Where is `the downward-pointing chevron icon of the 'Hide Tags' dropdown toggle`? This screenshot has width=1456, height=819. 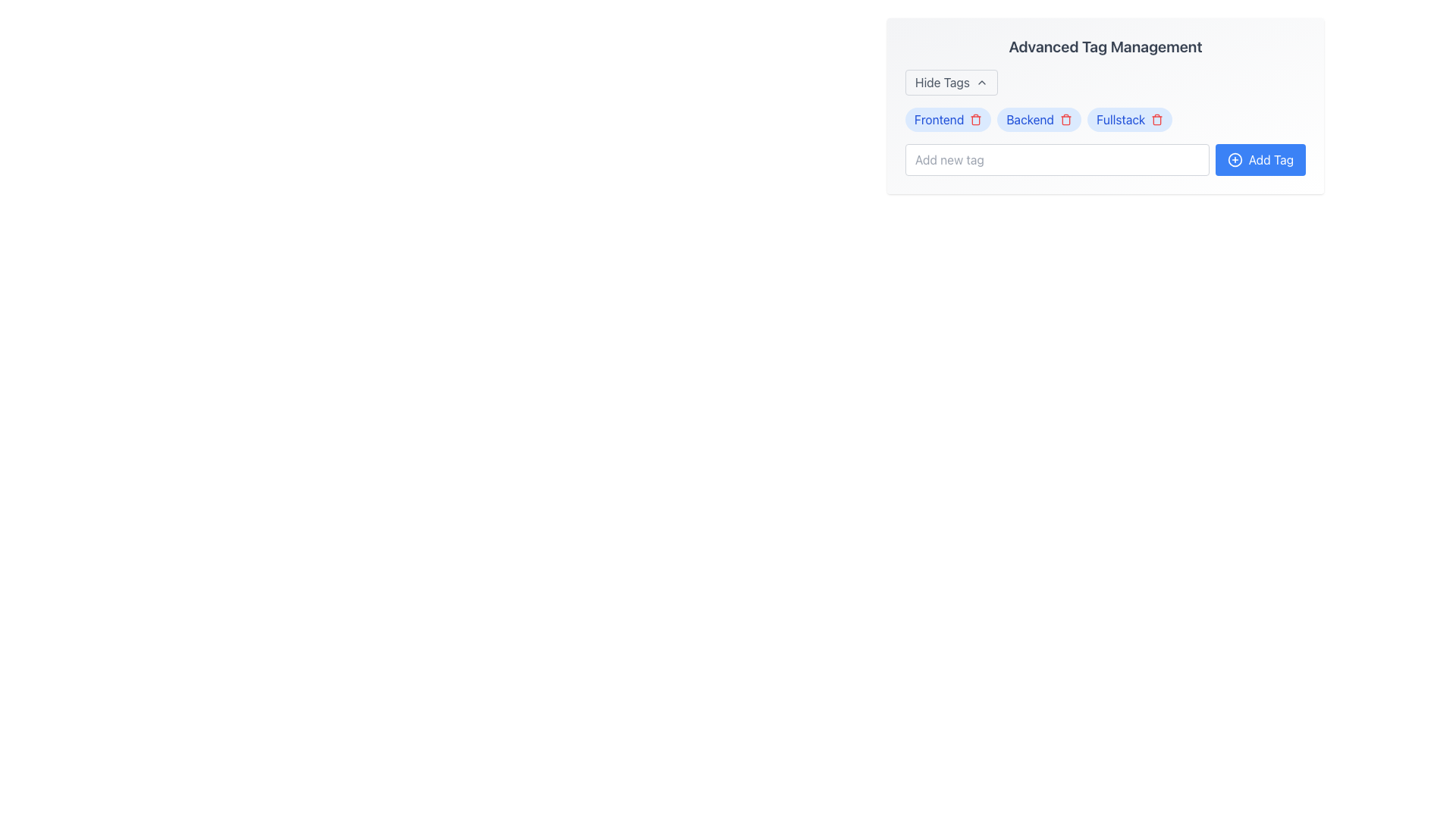
the downward-pointing chevron icon of the 'Hide Tags' dropdown toggle is located at coordinates (981, 82).